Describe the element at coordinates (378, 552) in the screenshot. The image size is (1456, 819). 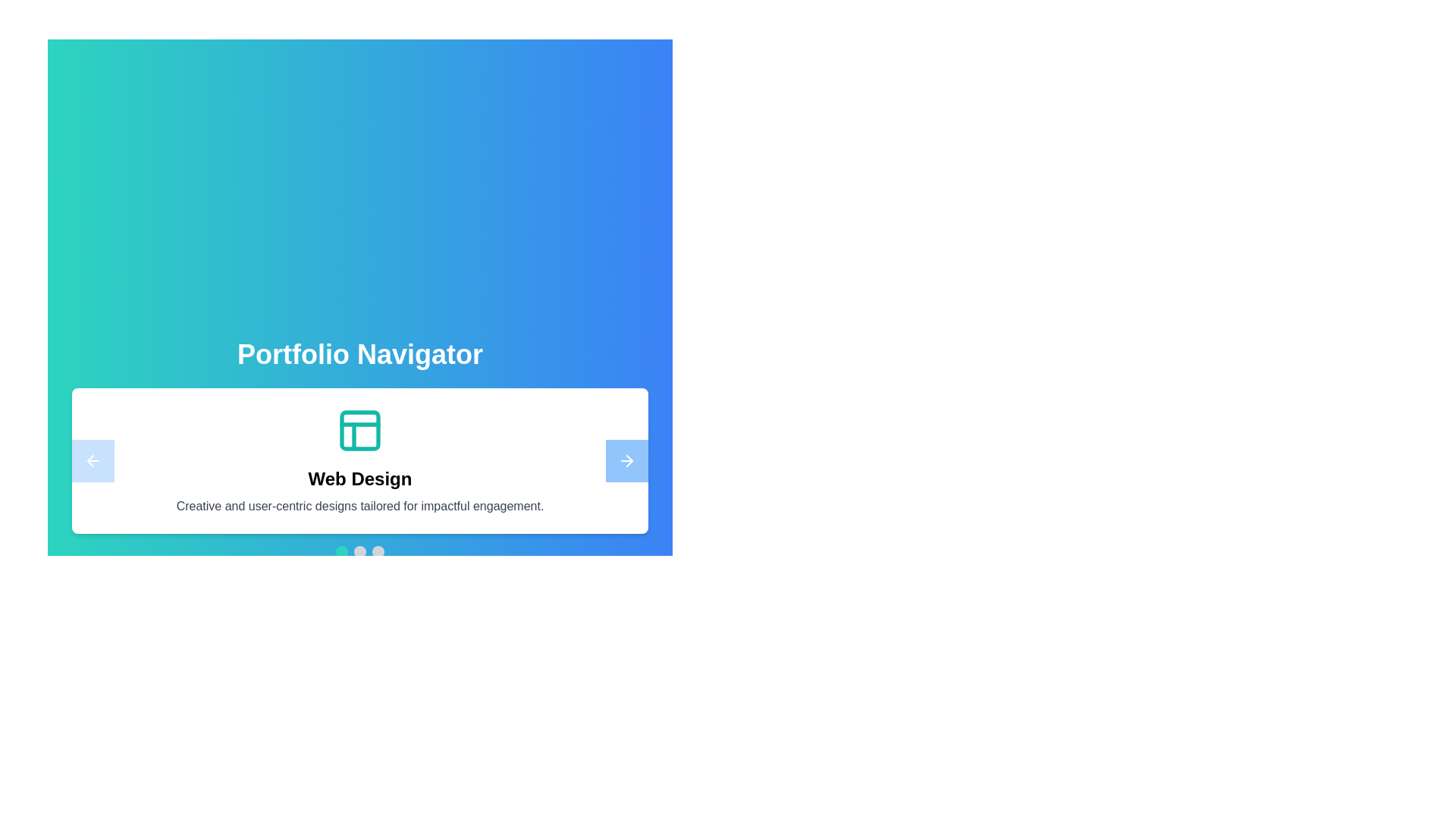
I see `the navigation dot corresponding to 2 to navigate to a specific project` at that location.